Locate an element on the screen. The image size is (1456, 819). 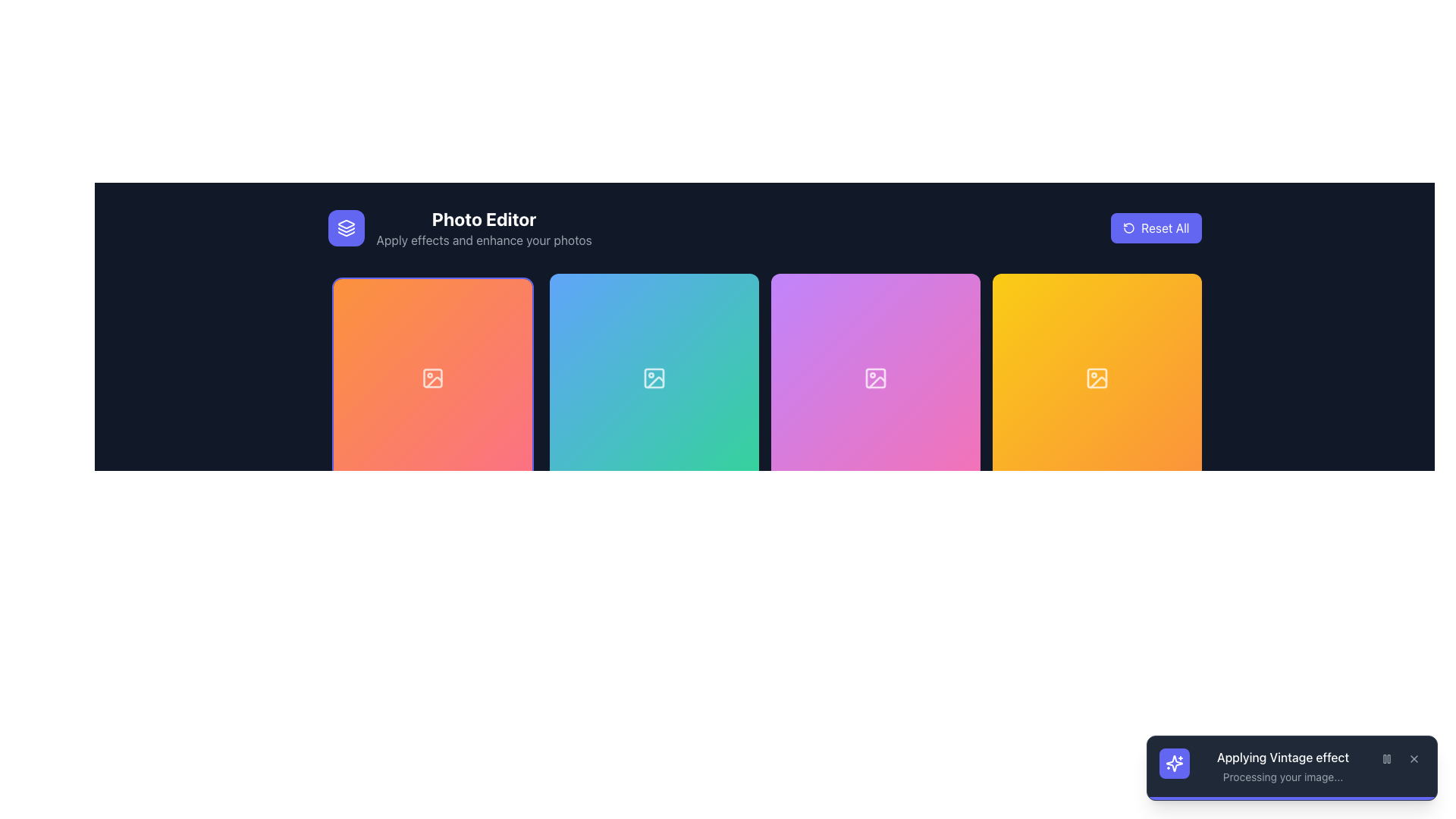
the minimalistic landscape icon with a sun, centrally is located at coordinates (431, 377).